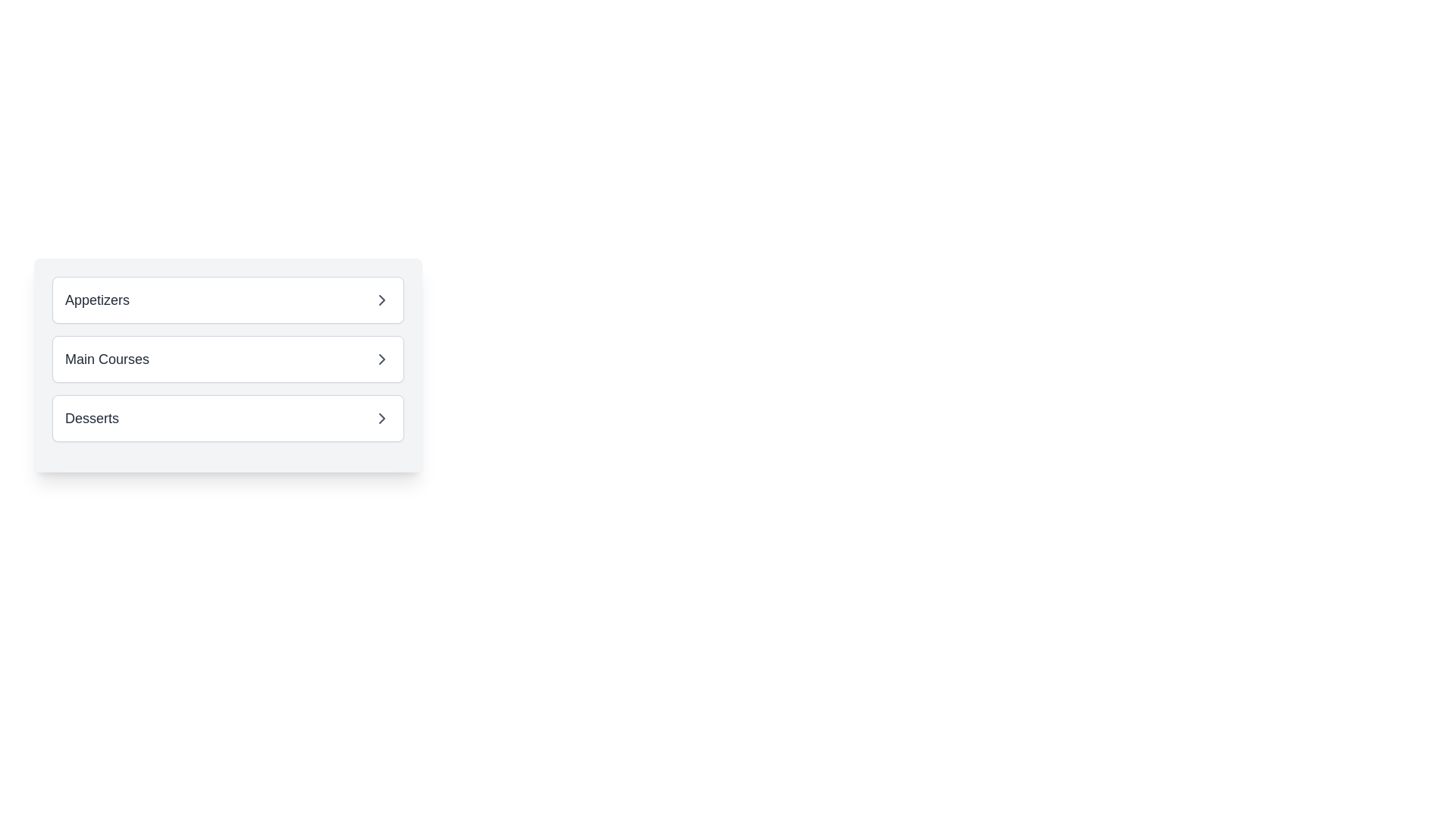 The width and height of the screenshot is (1456, 819). Describe the element at coordinates (227, 300) in the screenshot. I see `the first button in the vertical menu` at that location.